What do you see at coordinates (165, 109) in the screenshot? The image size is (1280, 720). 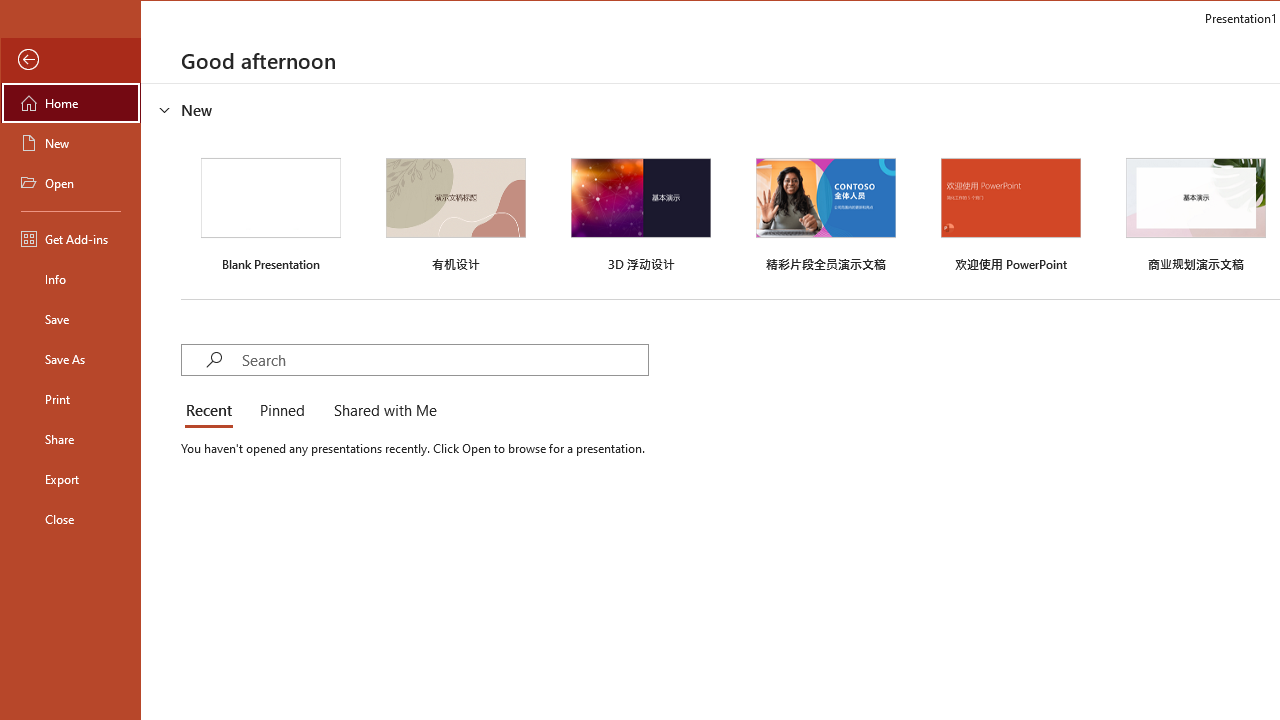 I see `'Hide or show region'` at bounding box center [165, 109].